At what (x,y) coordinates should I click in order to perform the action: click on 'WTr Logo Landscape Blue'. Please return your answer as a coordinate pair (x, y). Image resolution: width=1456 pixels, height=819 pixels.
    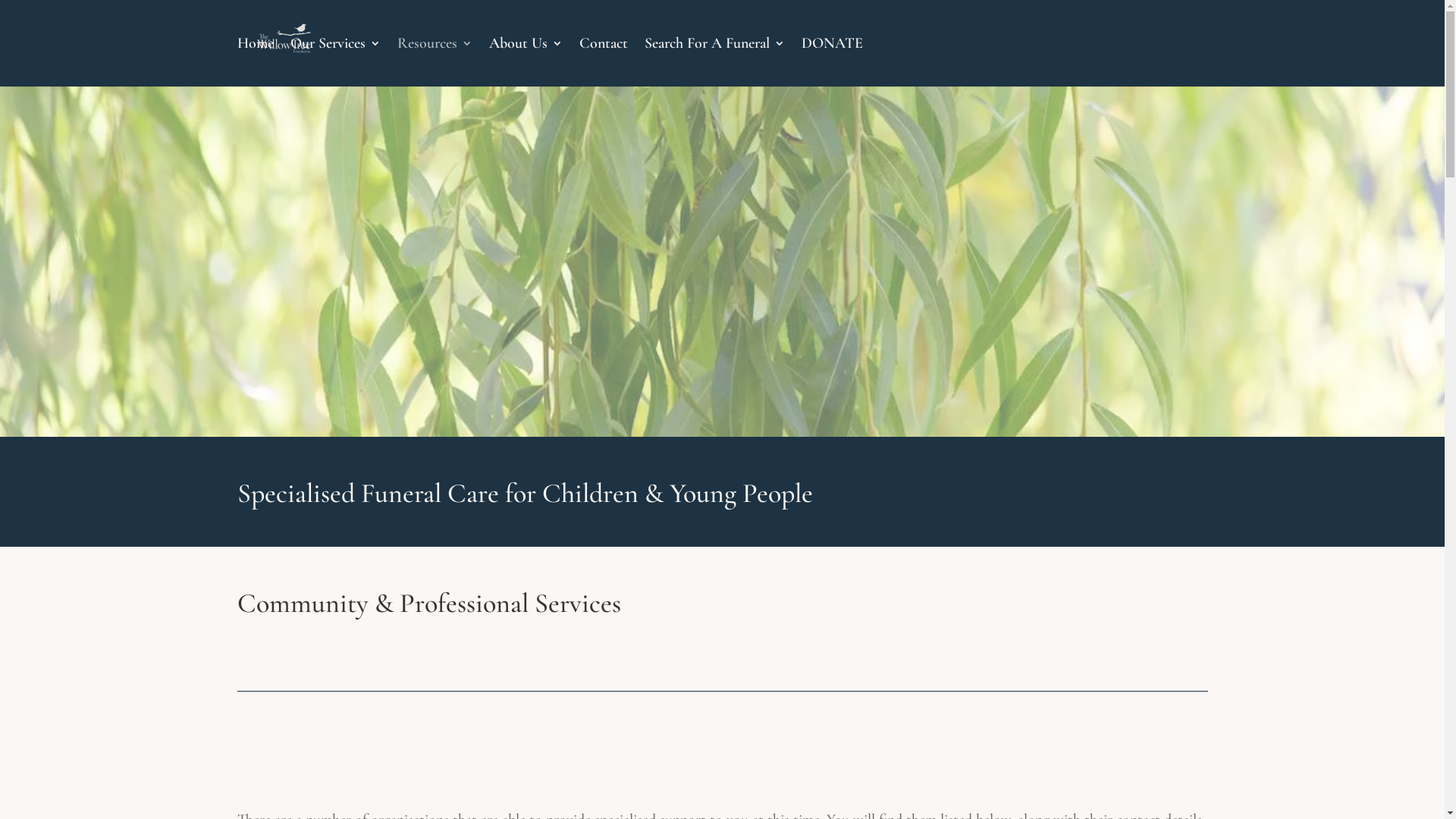
    Looking at the image, I should click on (721, 287).